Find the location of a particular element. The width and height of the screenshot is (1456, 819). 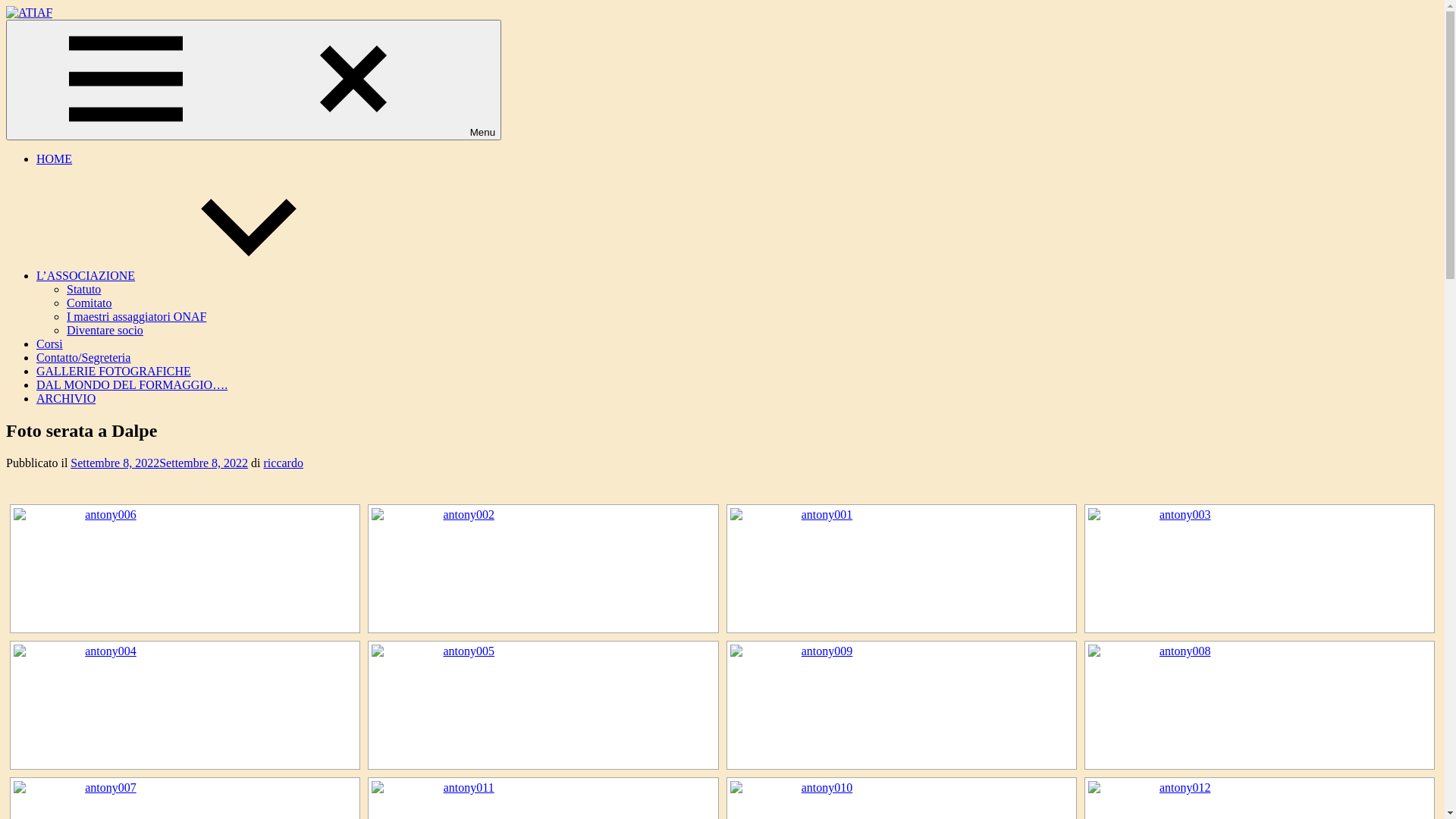

'ATIAF' is located at coordinates (6, 37).